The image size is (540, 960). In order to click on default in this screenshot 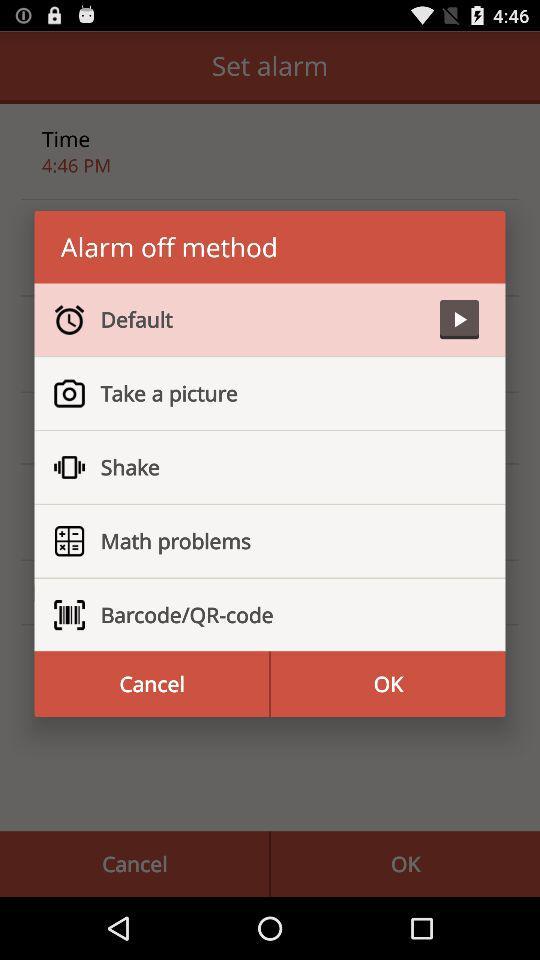, I will do `click(262, 319)`.